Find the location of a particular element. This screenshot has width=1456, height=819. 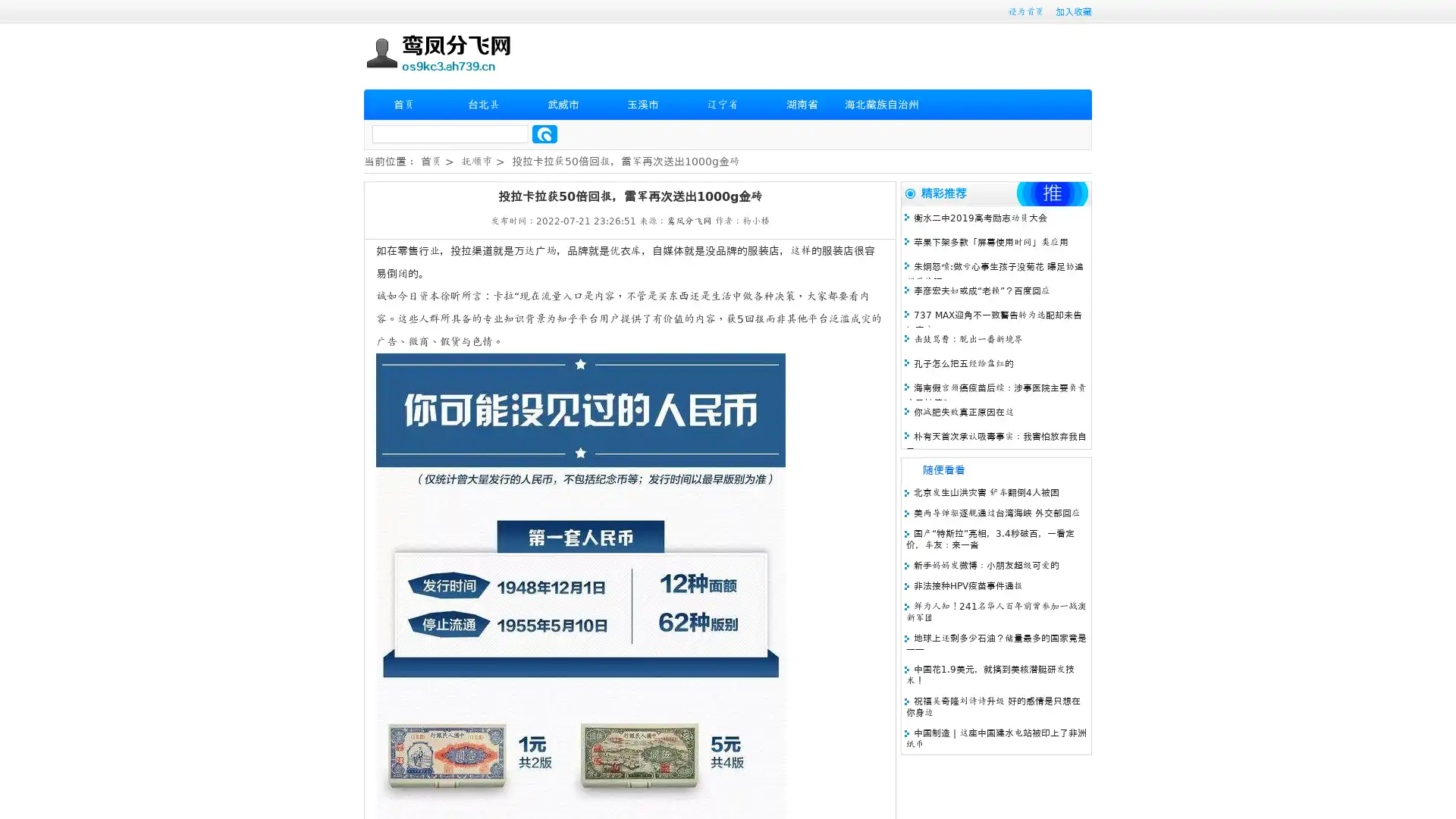

Search is located at coordinates (544, 133).